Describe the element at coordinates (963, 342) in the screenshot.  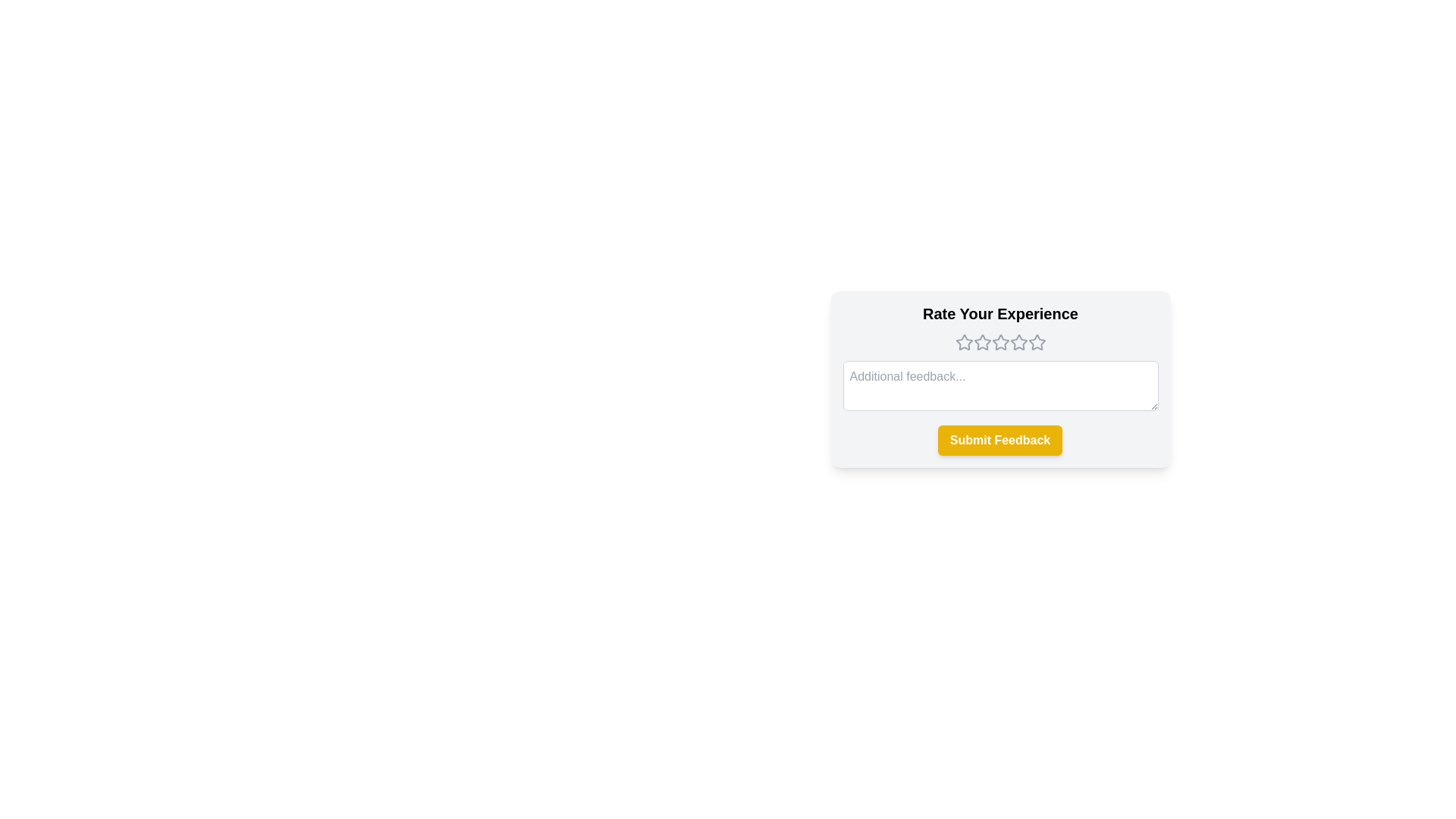
I see `the star icon that serves as a one-star rating in the 'Rate Your Experience' section of the interface` at that location.